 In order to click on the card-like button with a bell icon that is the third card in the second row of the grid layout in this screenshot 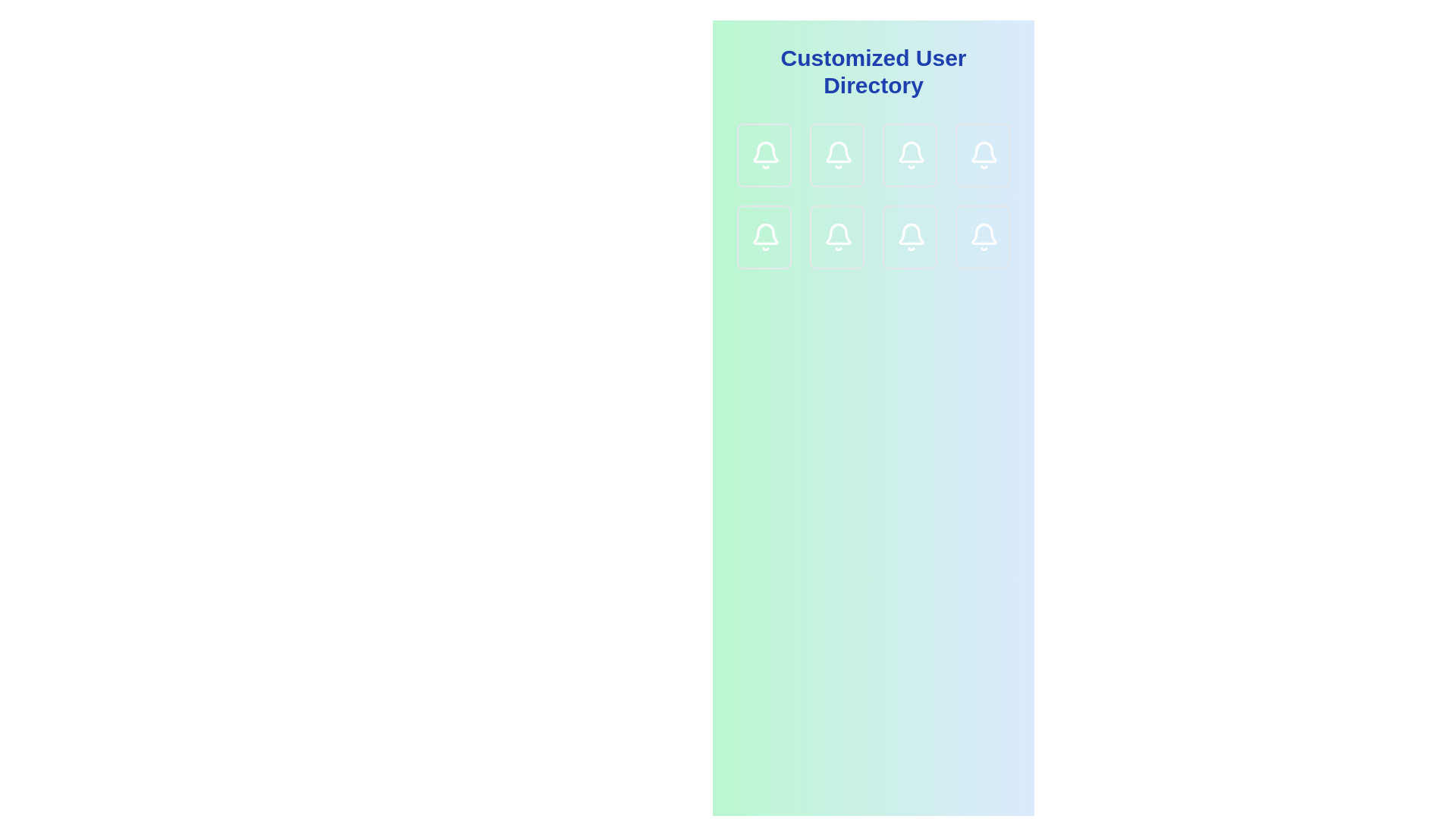, I will do `click(910, 237)`.